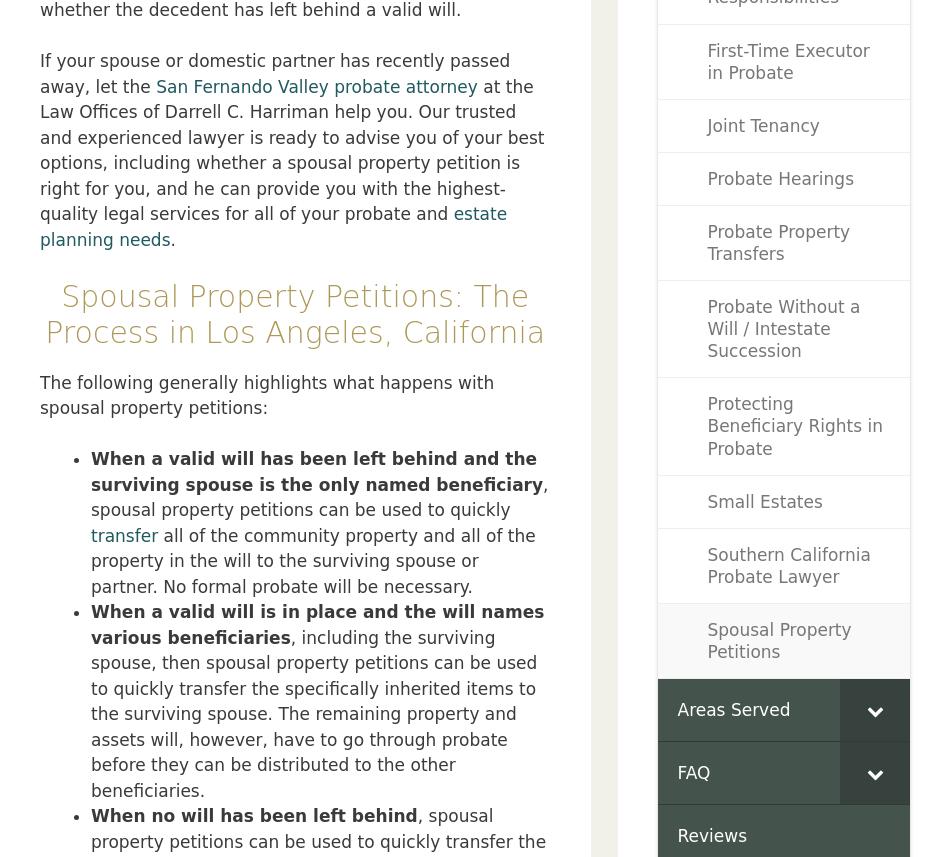 Image resolution: width=950 pixels, height=857 pixels. Describe the element at coordinates (706, 501) in the screenshot. I see `'Small Estates'` at that location.